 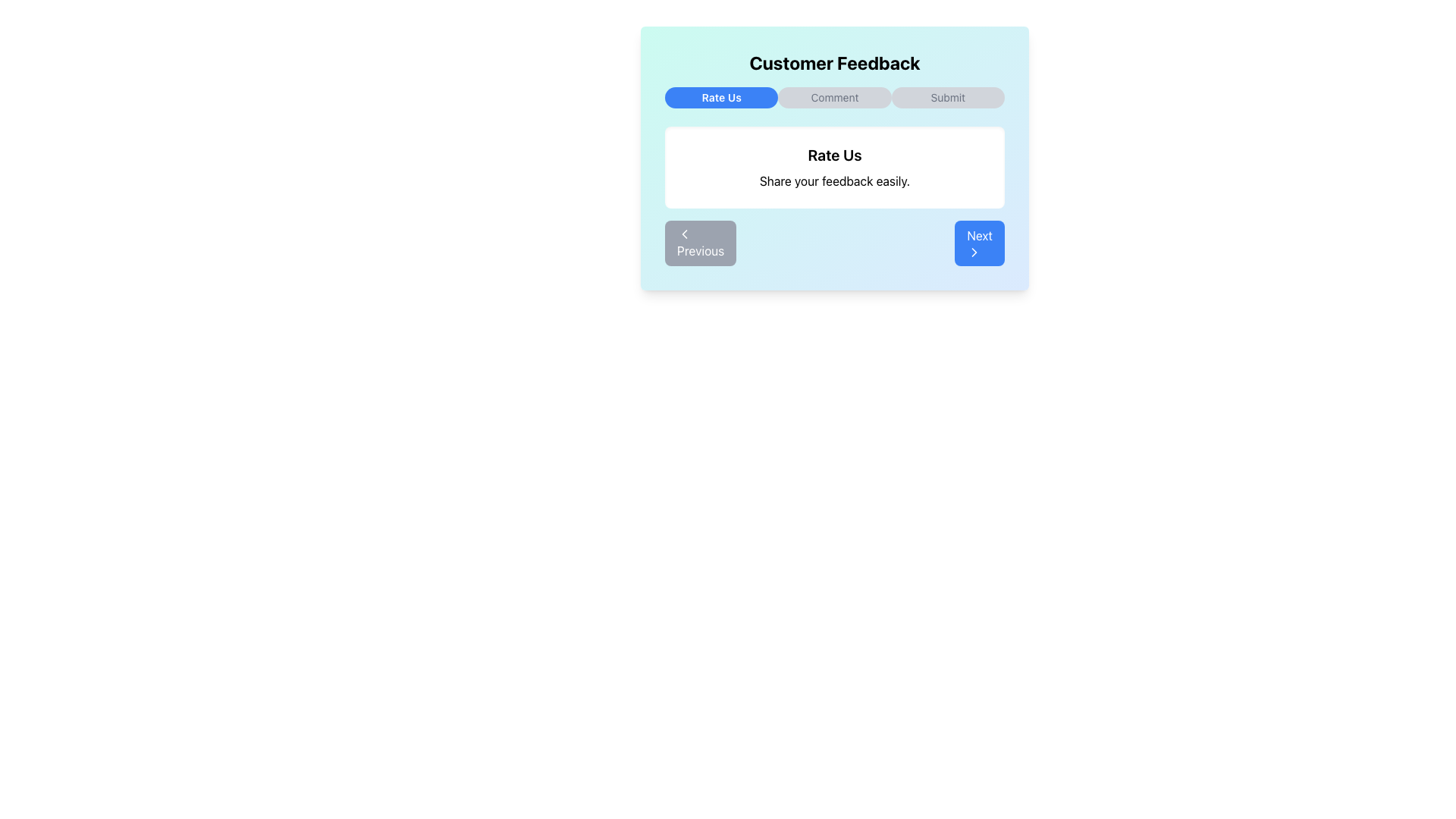 What do you see at coordinates (946, 97) in the screenshot?
I see `the third button in the horizontal row of buttons below the 'Customer Feedback' heading to finalize an action` at bounding box center [946, 97].